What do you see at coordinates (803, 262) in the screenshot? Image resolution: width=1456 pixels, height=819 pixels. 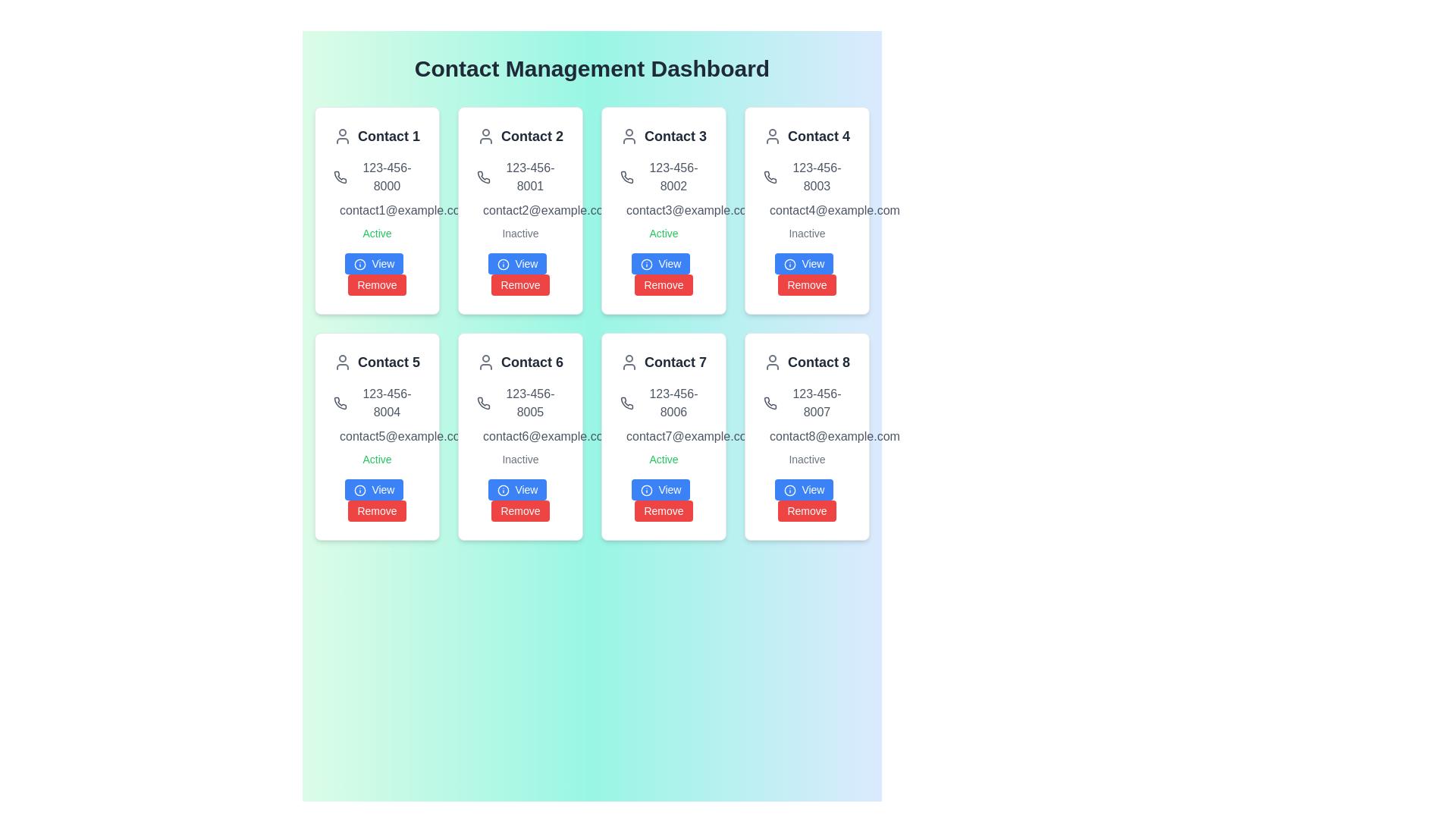 I see `the 'View' button located in the fourth card of the first row, aligned to the left beside the red 'Remove' button` at bounding box center [803, 262].